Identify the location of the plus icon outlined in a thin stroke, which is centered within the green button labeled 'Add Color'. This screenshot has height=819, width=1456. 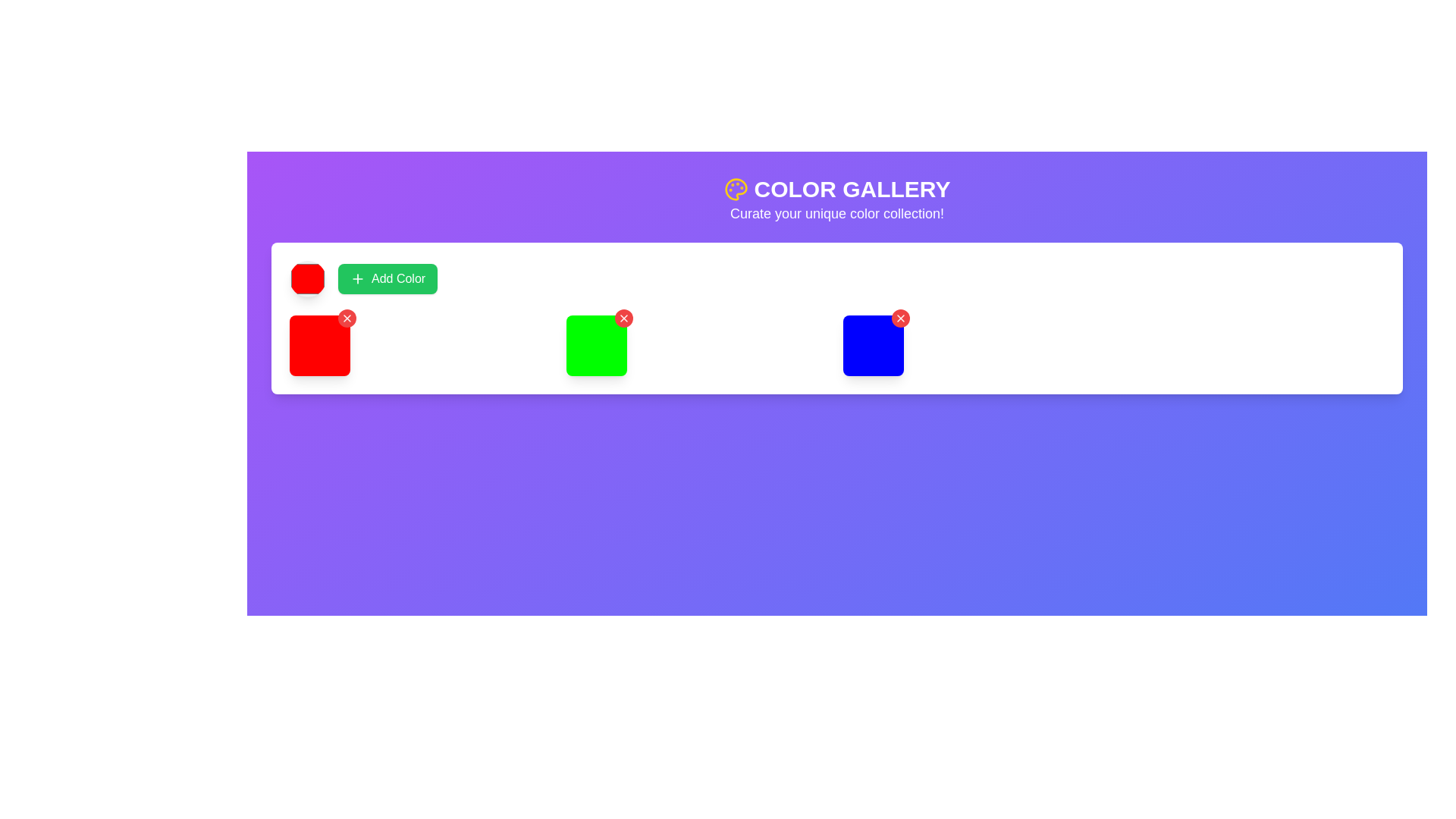
(356, 278).